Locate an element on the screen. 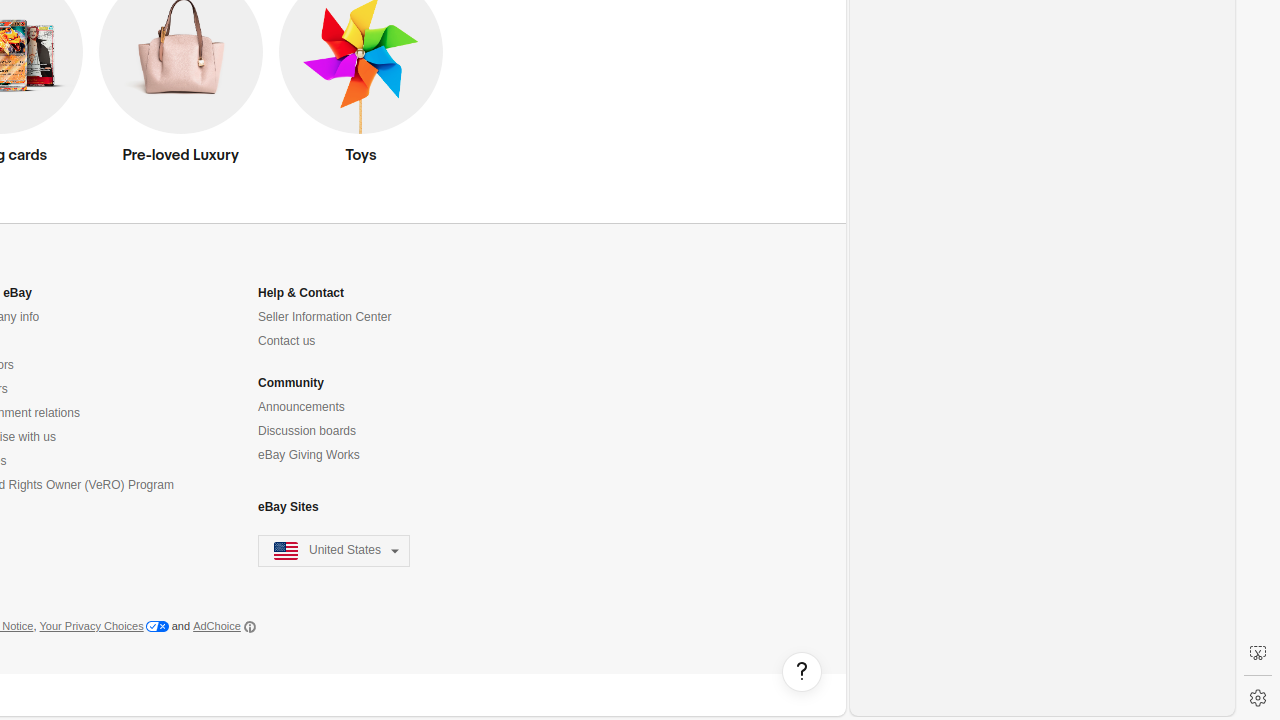 Image resolution: width=1280 pixels, height=720 pixels. 'Help, opens dialogs' is located at coordinates (802, 671).